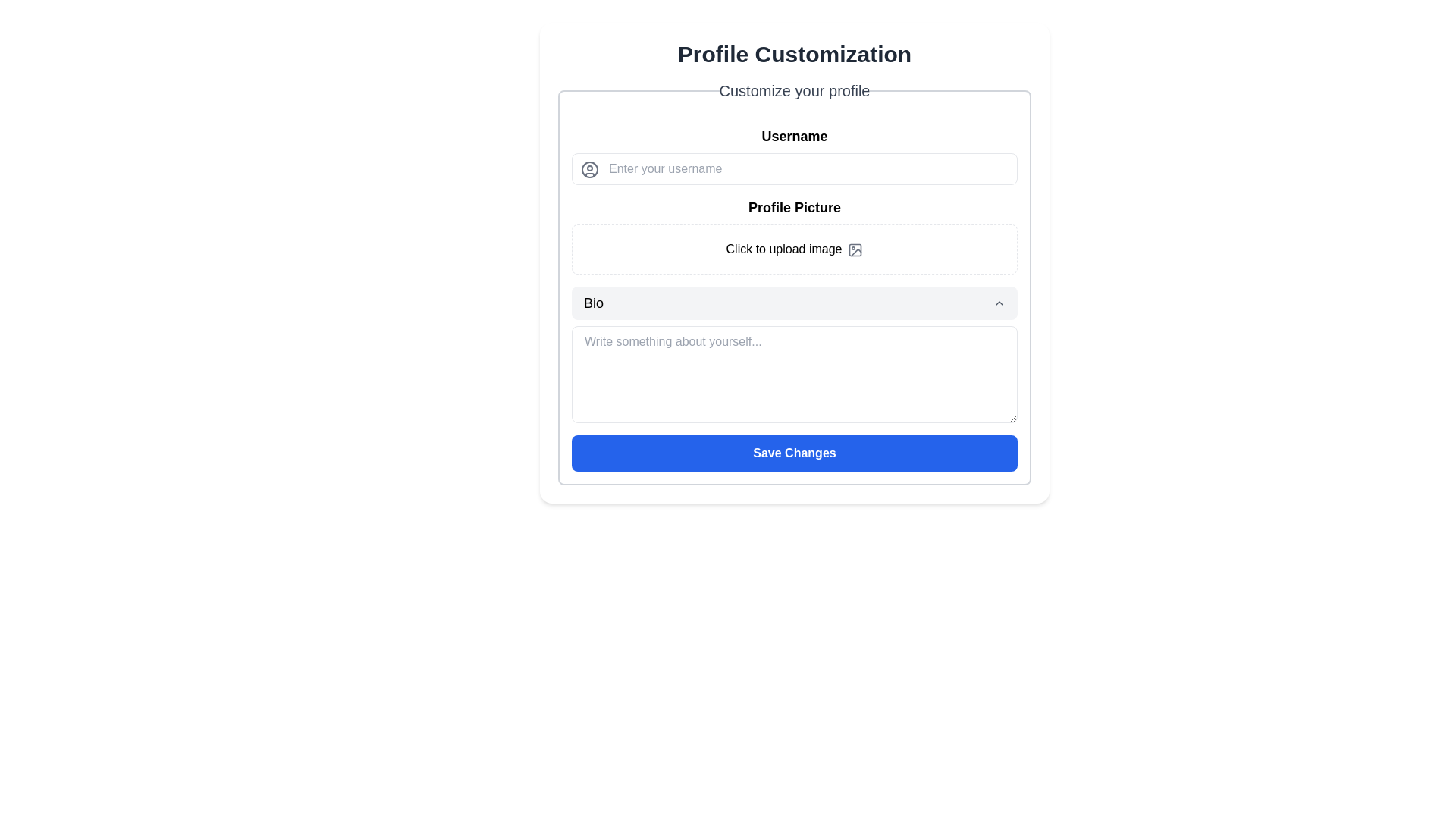 This screenshot has width=1456, height=819. What do you see at coordinates (793, 452) in the screenshot?
I see `the 'Save Changes' button located at the bottom of the form titled 'Customize your profile'` at bounding box center [793, 452].